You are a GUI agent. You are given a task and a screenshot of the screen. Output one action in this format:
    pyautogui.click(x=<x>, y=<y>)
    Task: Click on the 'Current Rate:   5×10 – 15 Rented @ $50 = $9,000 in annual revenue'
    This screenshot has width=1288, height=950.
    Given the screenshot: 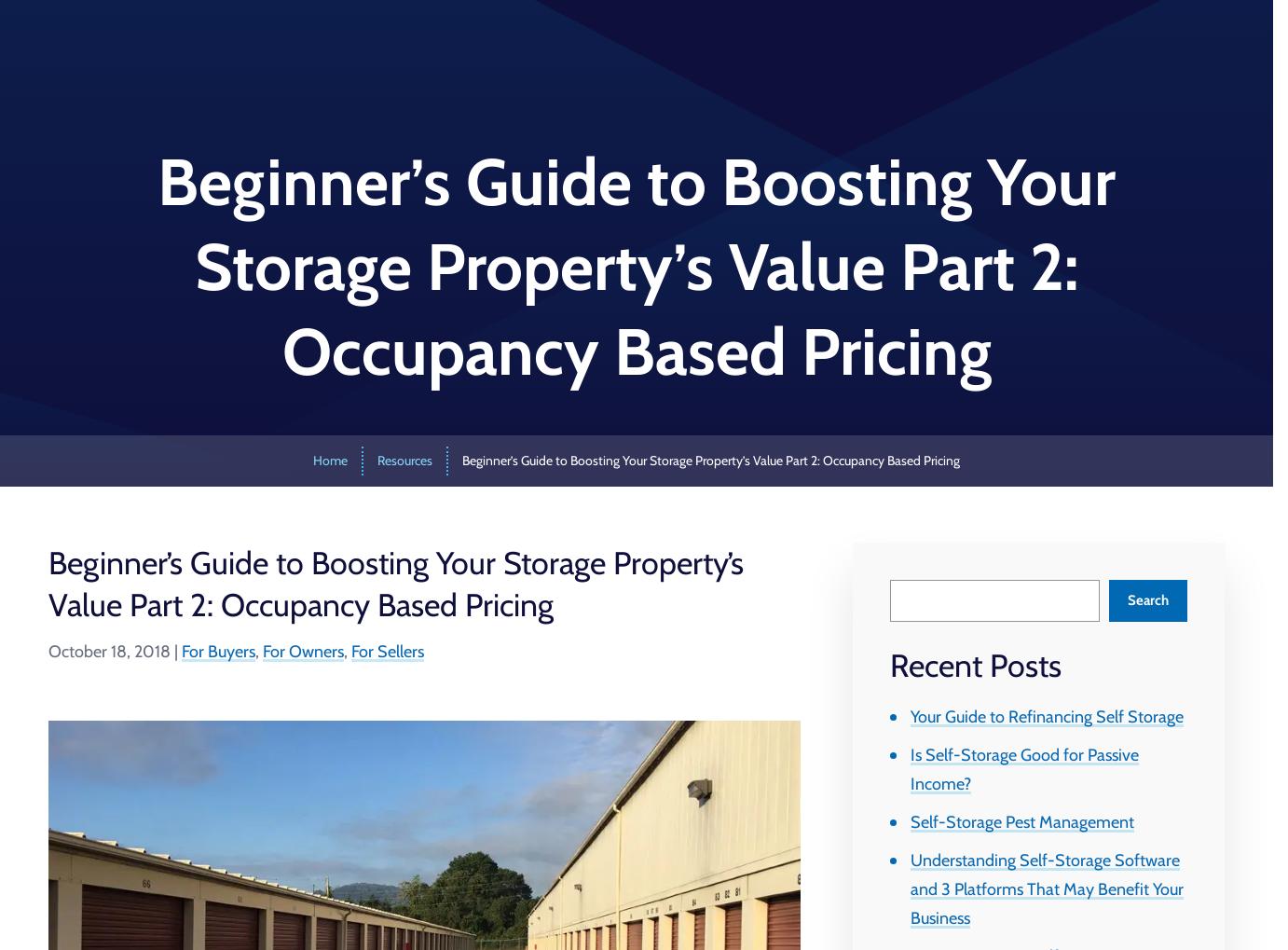 What is the action you would take?
    pyautogui.click(x=315, y=65)
    